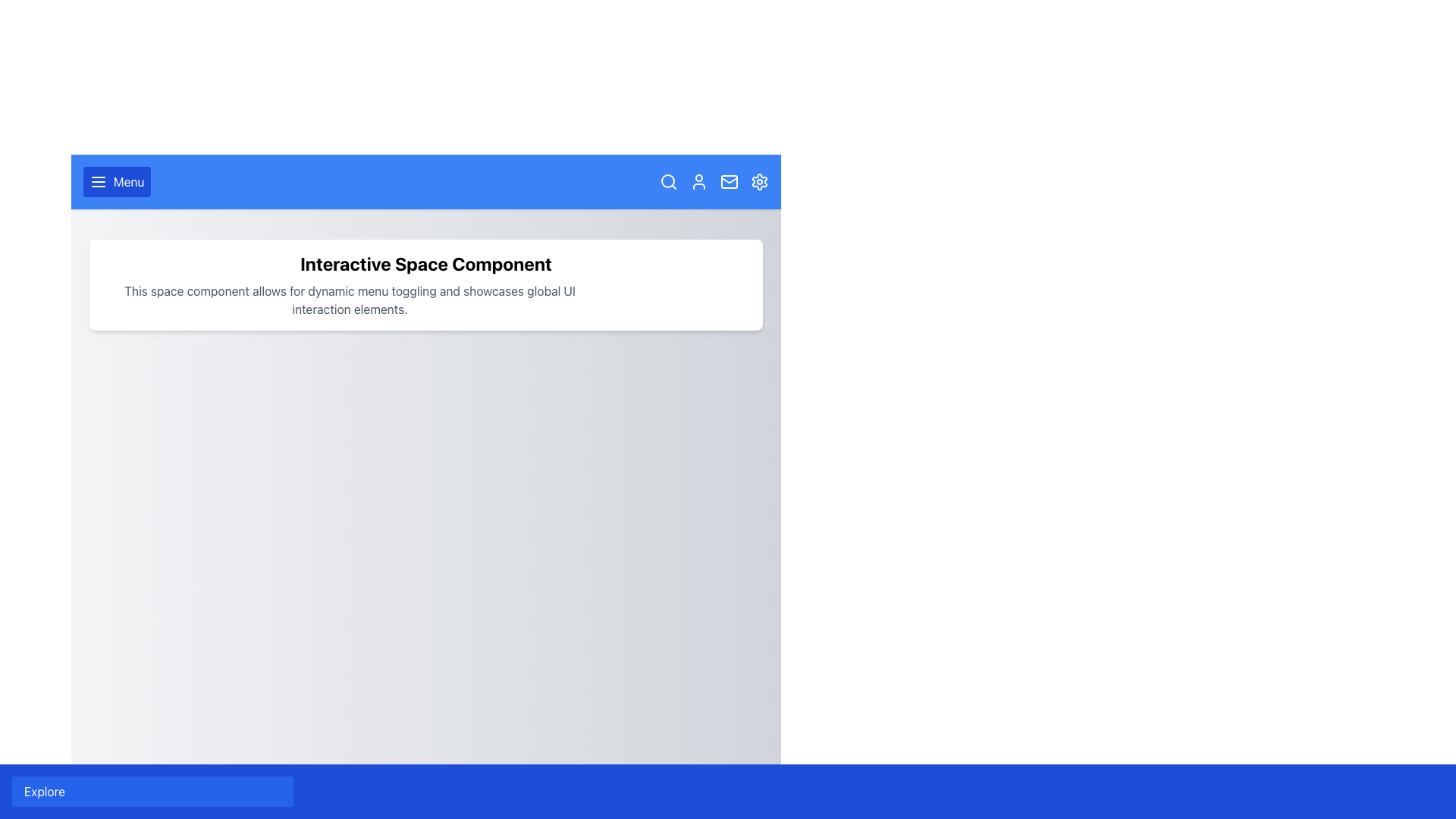 The height and width of the screenshot is (819, 1456). I want to click on the menu toggle button located in the top blue header section on the leftmost side, so click(116, 180).